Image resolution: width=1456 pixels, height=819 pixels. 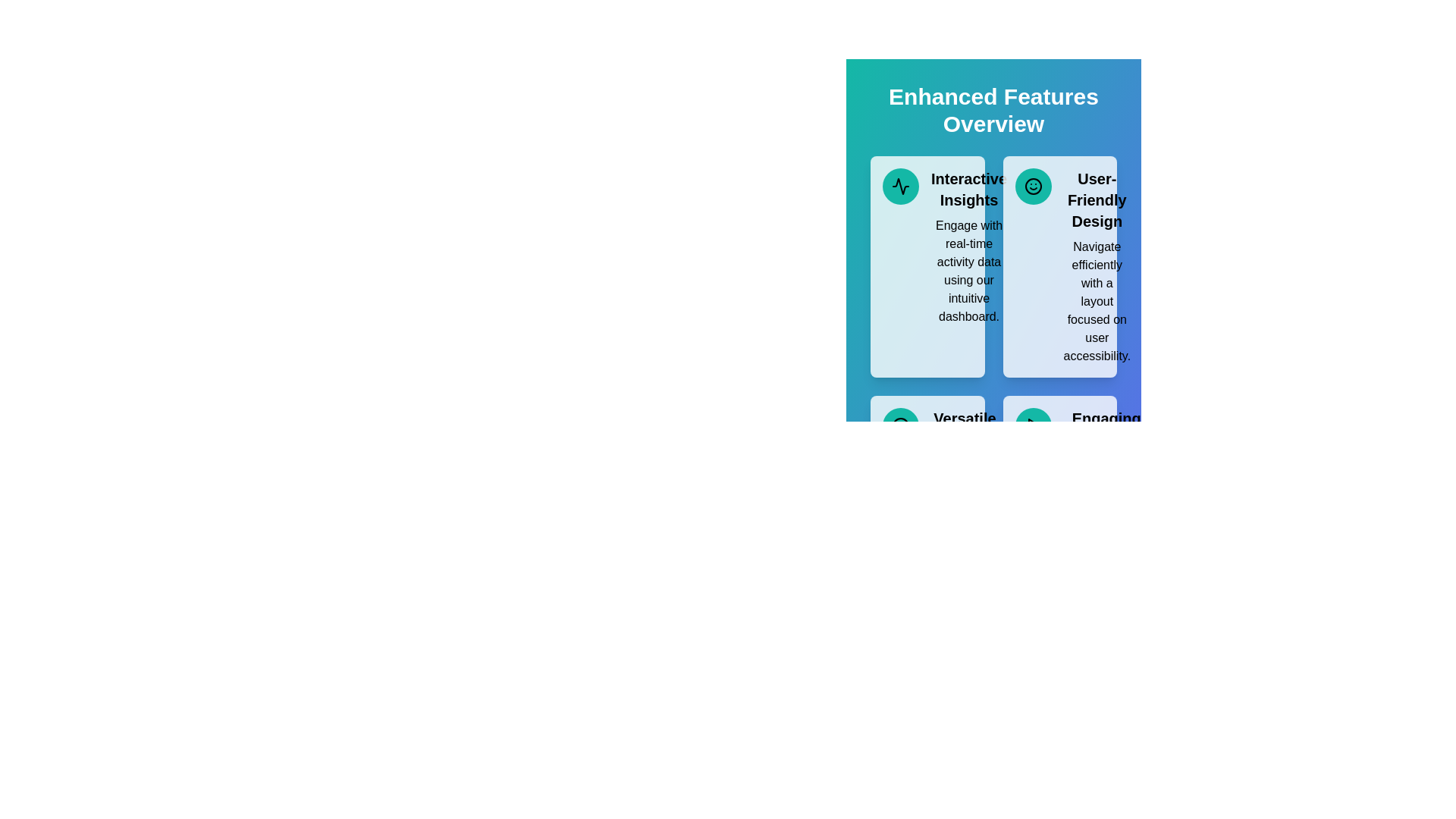 I want to click on the 'play' or 'start' icon located centrally in the lower section of the interface, directly below the feature cards, so click(x=1033, y=426).